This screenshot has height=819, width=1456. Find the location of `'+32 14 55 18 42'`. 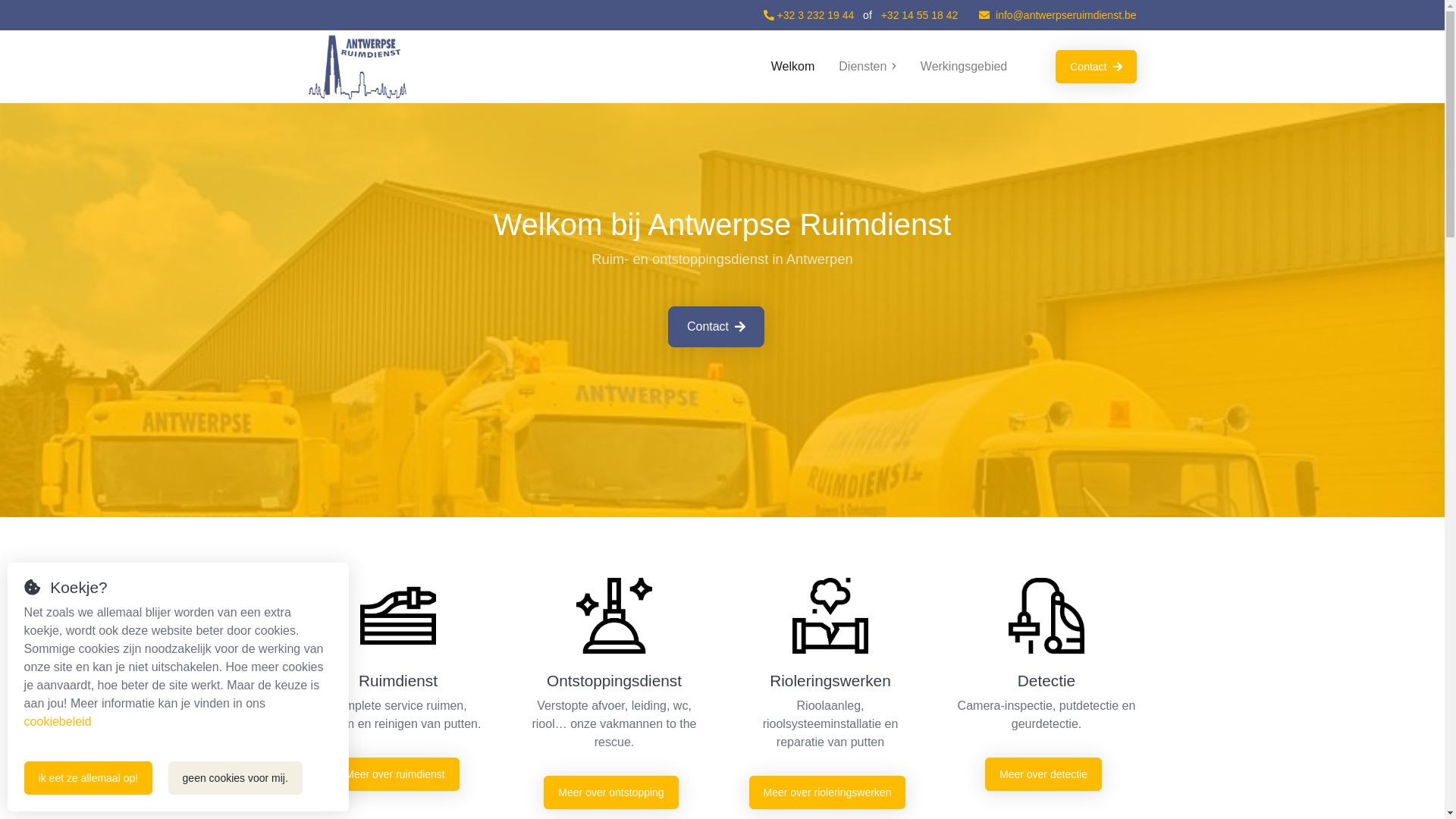

'+32 14 55 18 42' is located at coordinates (880, 14).